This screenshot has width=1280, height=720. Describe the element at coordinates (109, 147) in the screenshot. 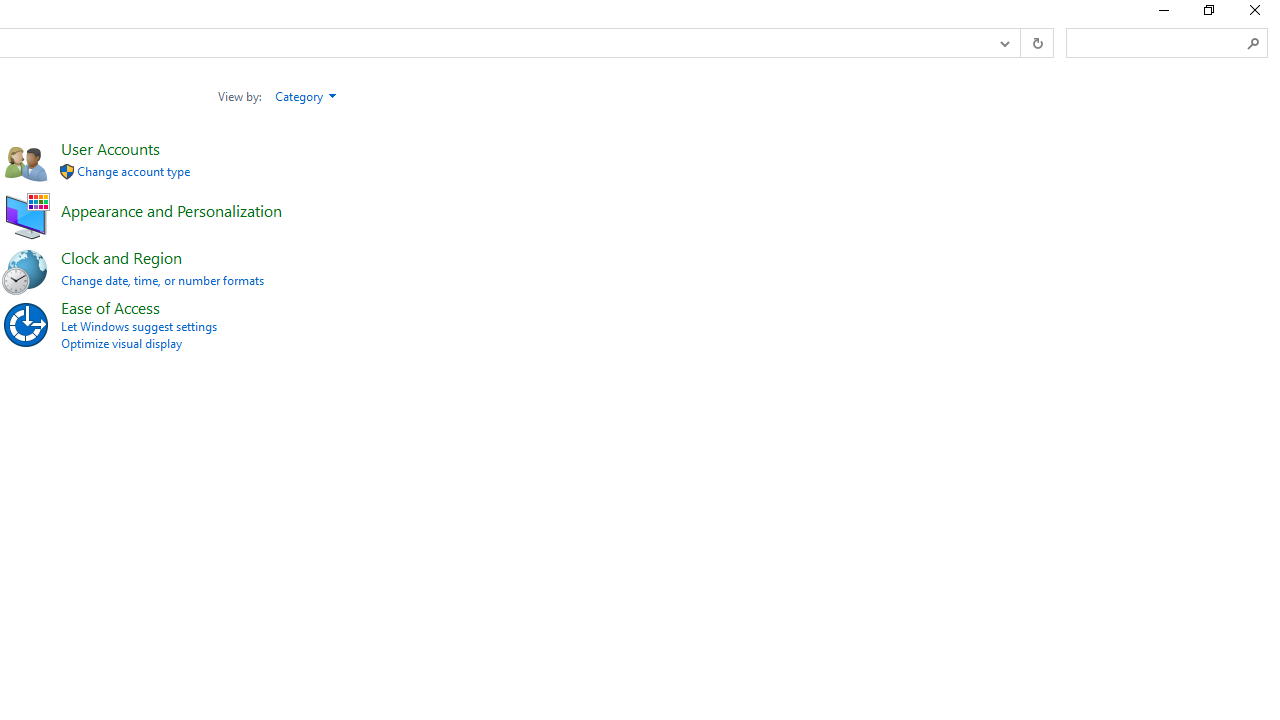

I see `'User Accounts'` at that location.